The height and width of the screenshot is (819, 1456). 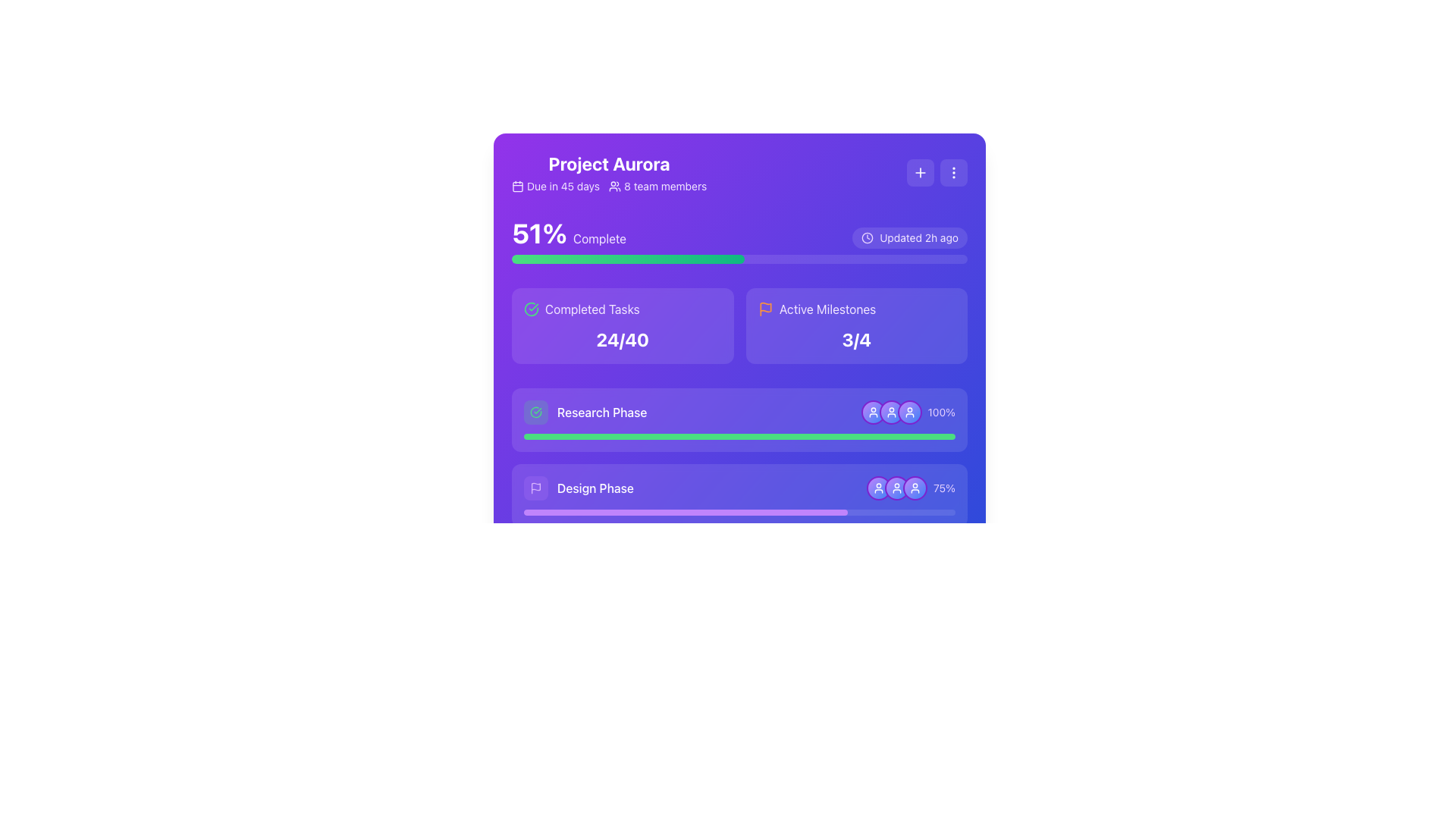 I want to click on displayed percentage value from the completion rate indicator text label located in the top-right corner of the 'Research Phase' section, so click(x=908, y=412).